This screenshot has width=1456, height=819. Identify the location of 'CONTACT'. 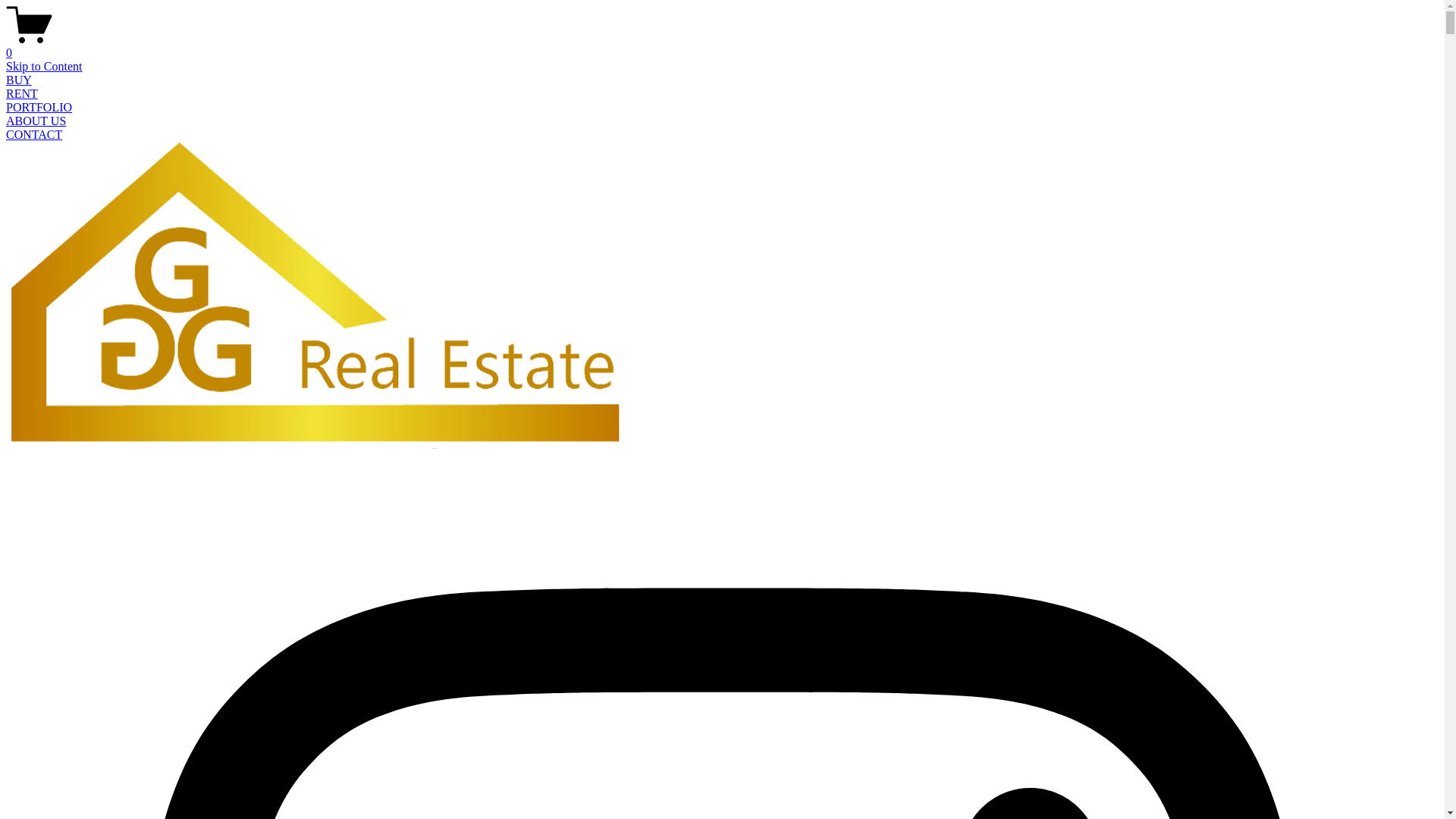
(6, 133).